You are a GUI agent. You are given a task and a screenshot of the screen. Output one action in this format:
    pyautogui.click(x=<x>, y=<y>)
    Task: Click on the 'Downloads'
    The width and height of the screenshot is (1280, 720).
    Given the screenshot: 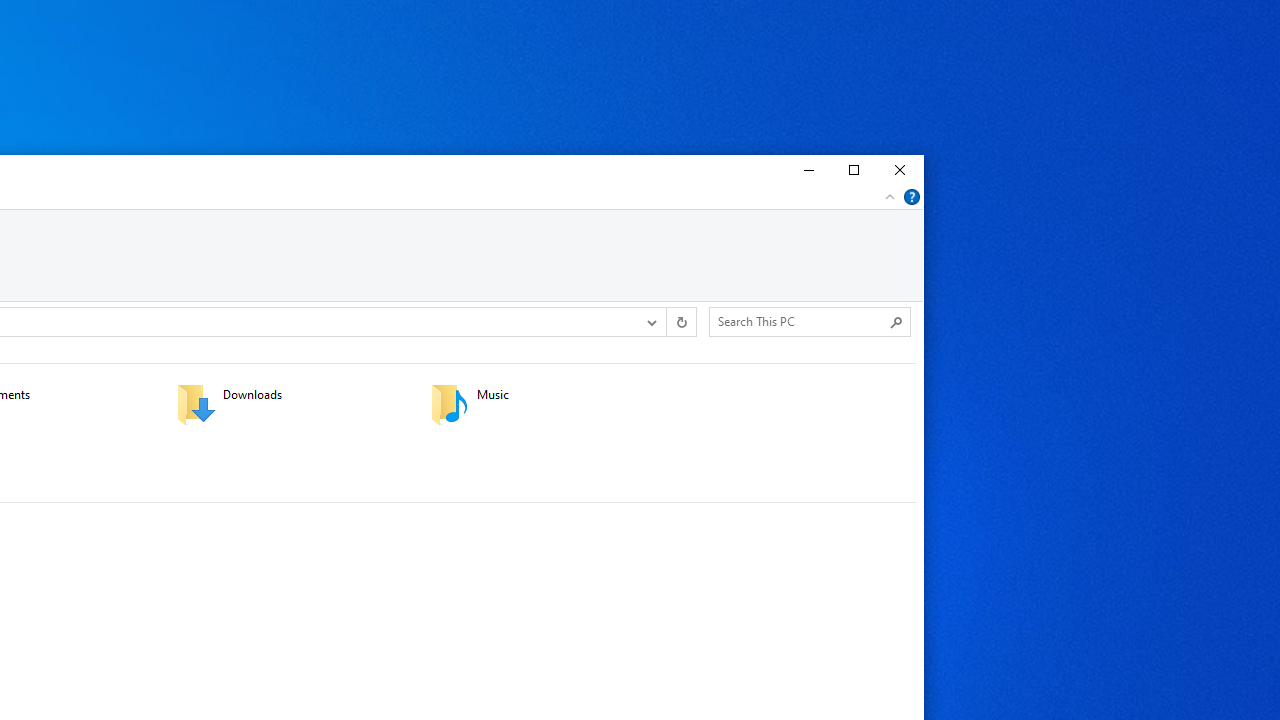 What is the action you would take?
    pyautogui.click(x=290, y=403)
    